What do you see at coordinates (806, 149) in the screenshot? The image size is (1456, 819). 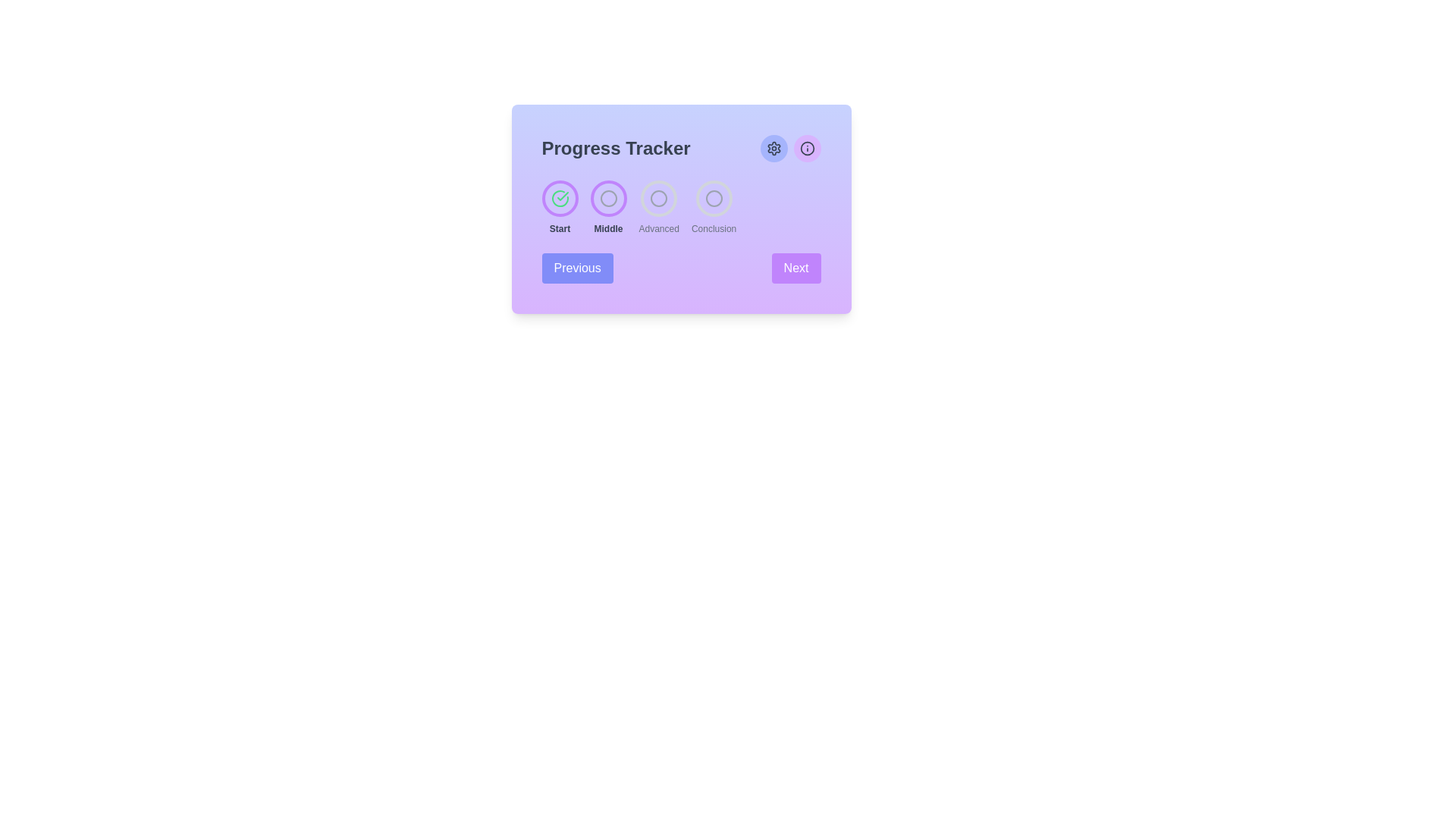 I see `the circular info icon outlined in dark purple located in the top-right corner of the 'Progress Tracker' card` at bounding box center [806, 149].